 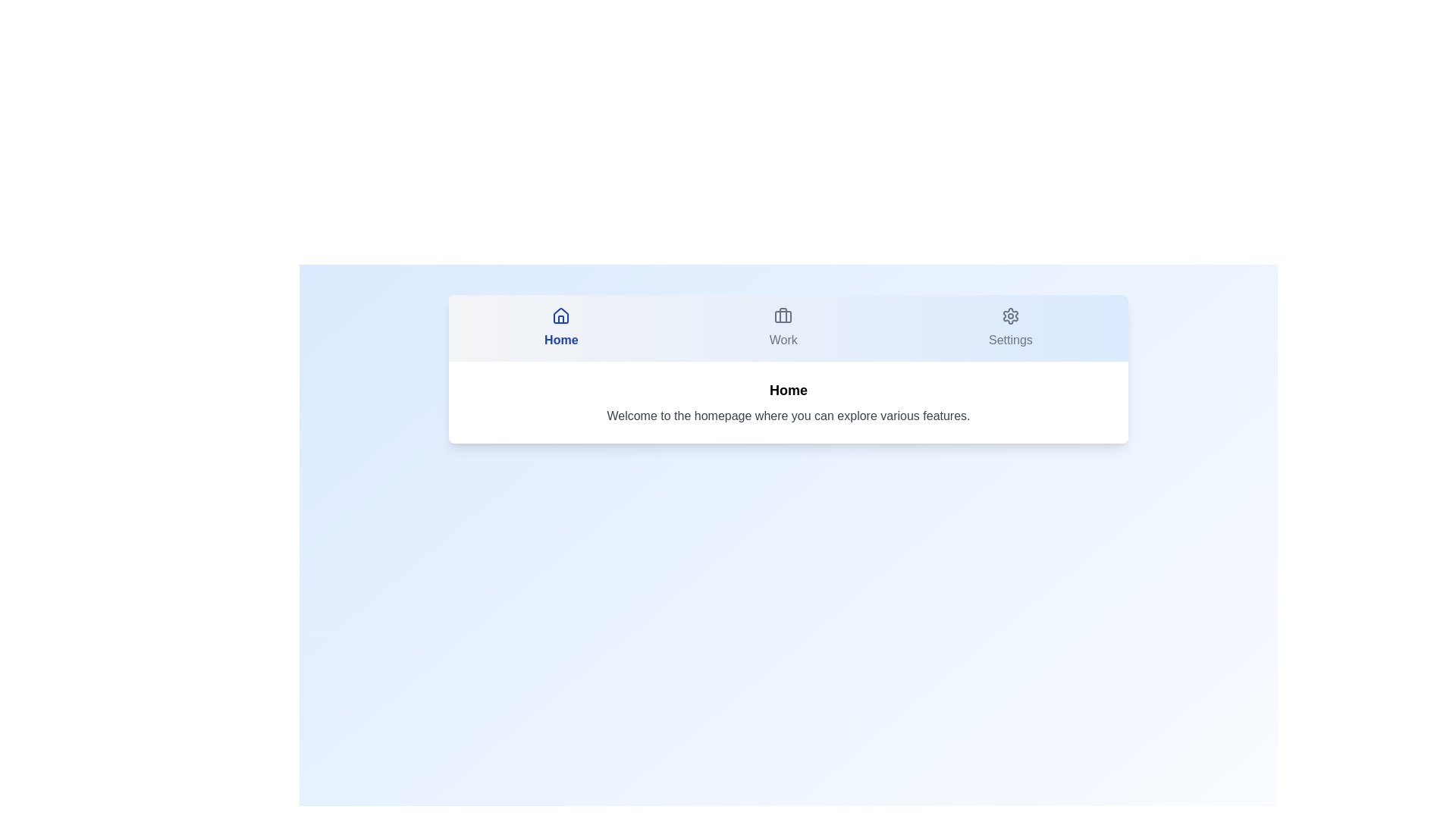 I want to click on the Work tab to switch views, so click(x=783, y=327).